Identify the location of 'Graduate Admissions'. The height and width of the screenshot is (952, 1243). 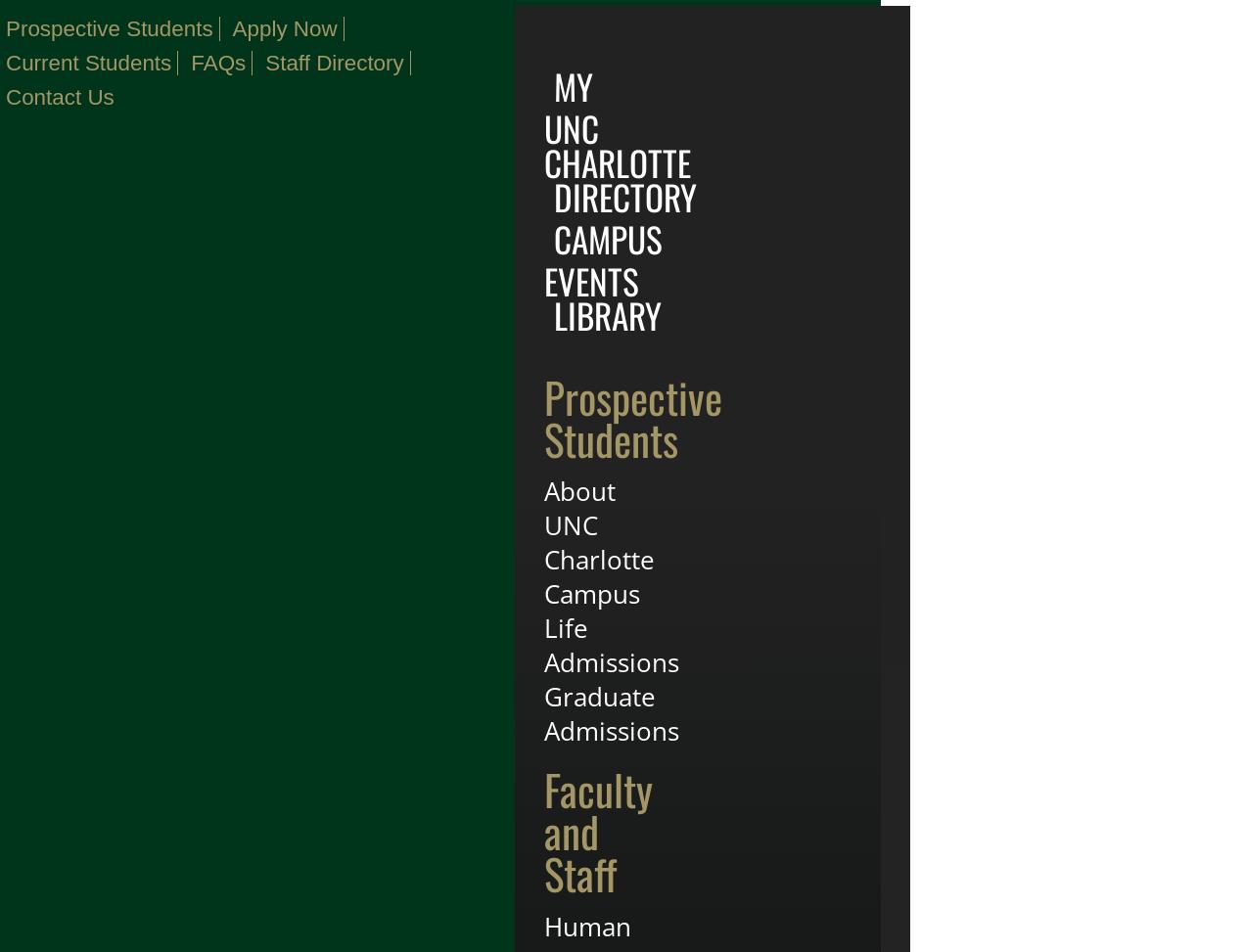
(543, 712).